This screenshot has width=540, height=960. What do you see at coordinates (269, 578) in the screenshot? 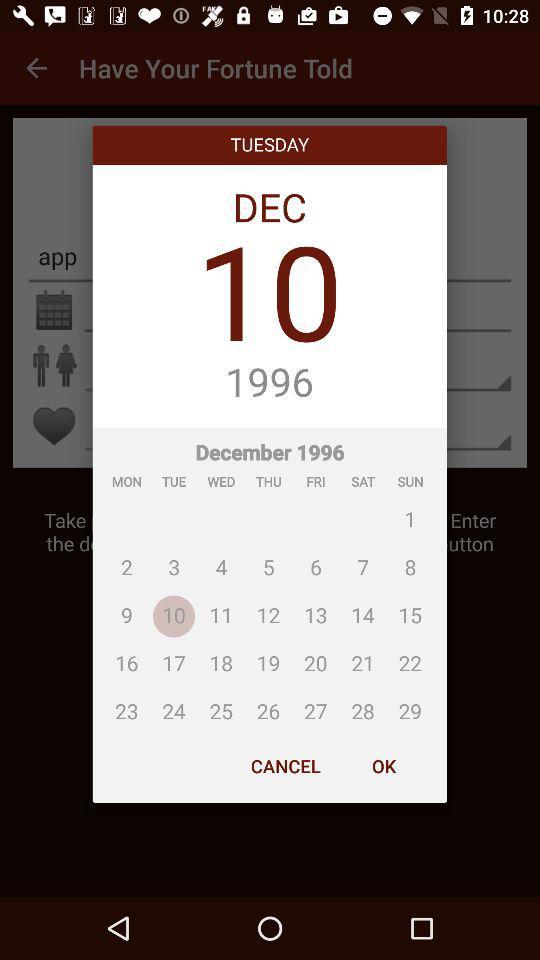
I see `the icon above the cancel` at bounding box center [269, 578].